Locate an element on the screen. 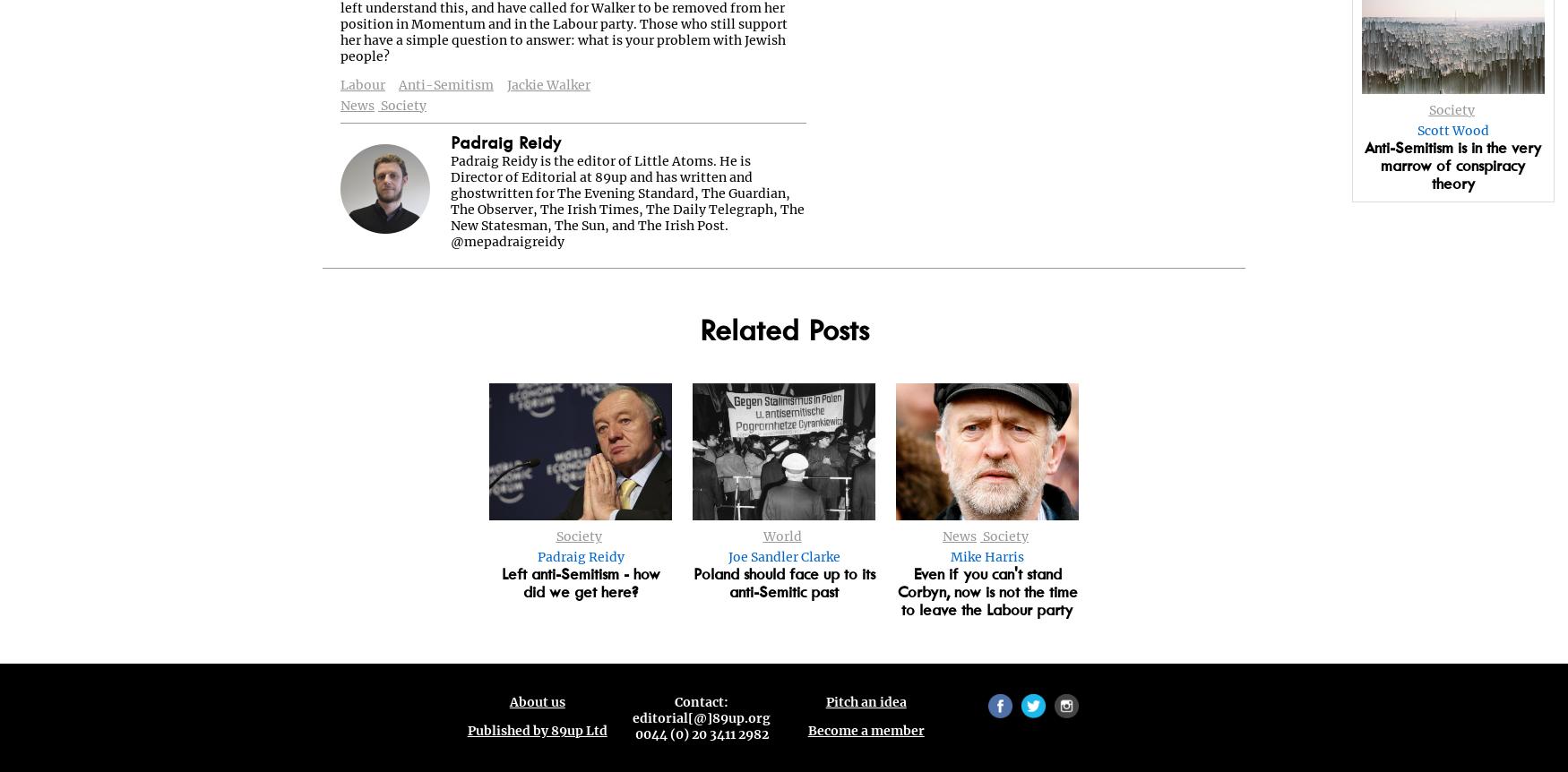 The image size is (1568, 772). 'About us' is located at coordinates (537, 703).